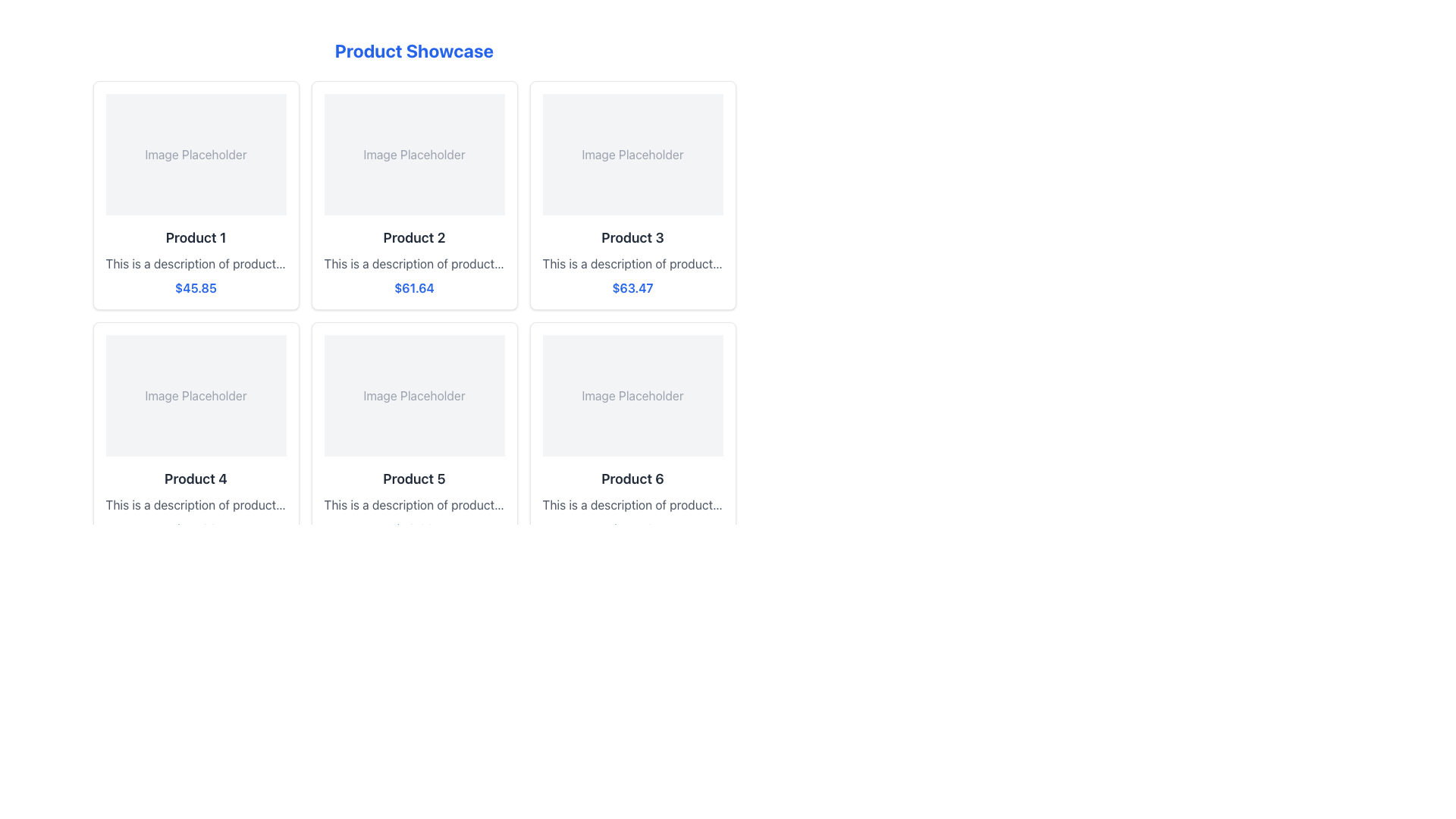 This screenshot has width=1456, height=819. What do you see at coordinates (195, 479) in the screenshot?
I see `the product name text label located in the second row, first column of the product grid for selection` at bounding box center [195, 479].